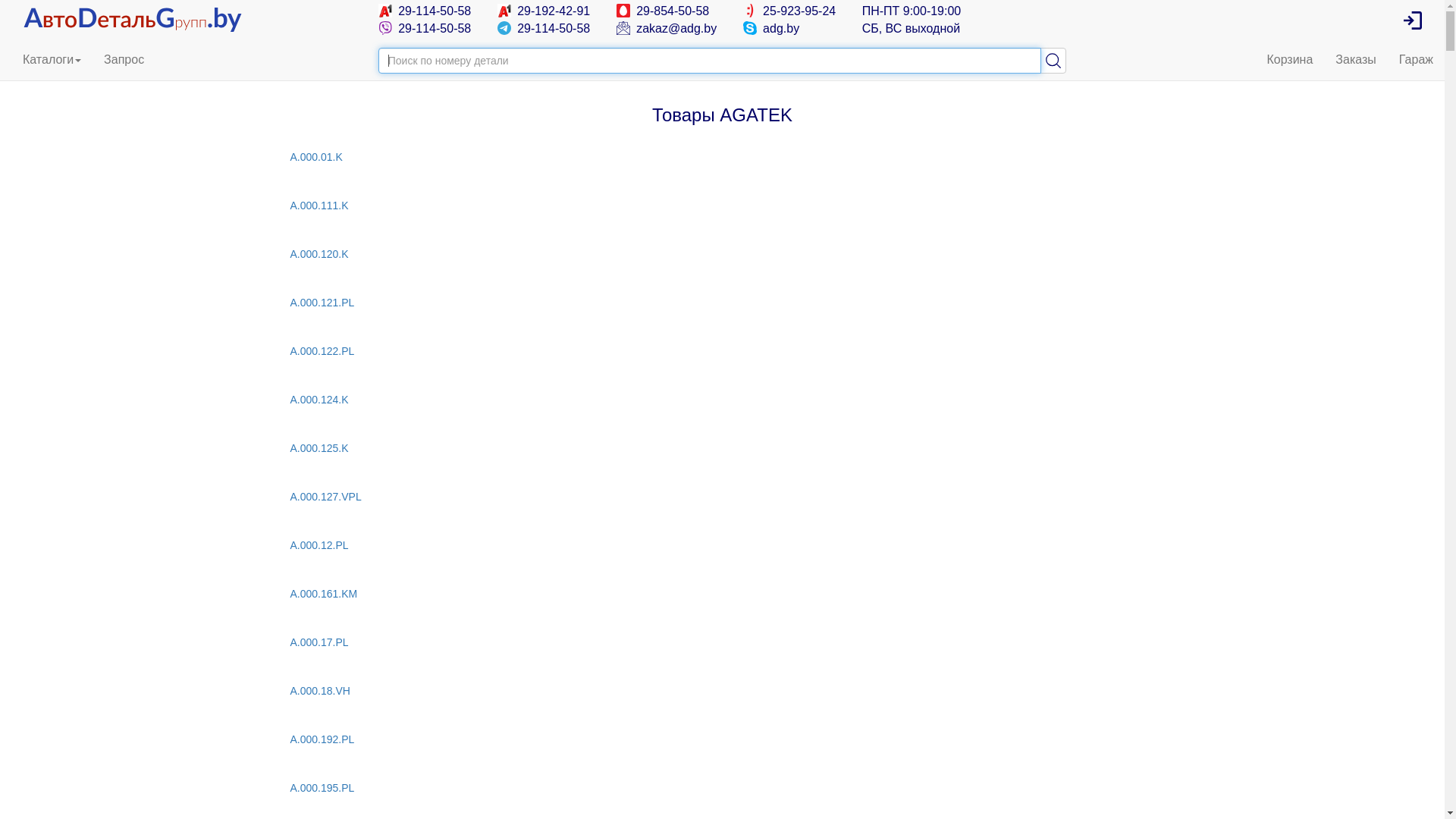 The image size is (1456, 819). Describe the element at coordinates (720, 497) in the screenshot. I see `'A.000.127.VPL'` at that location.